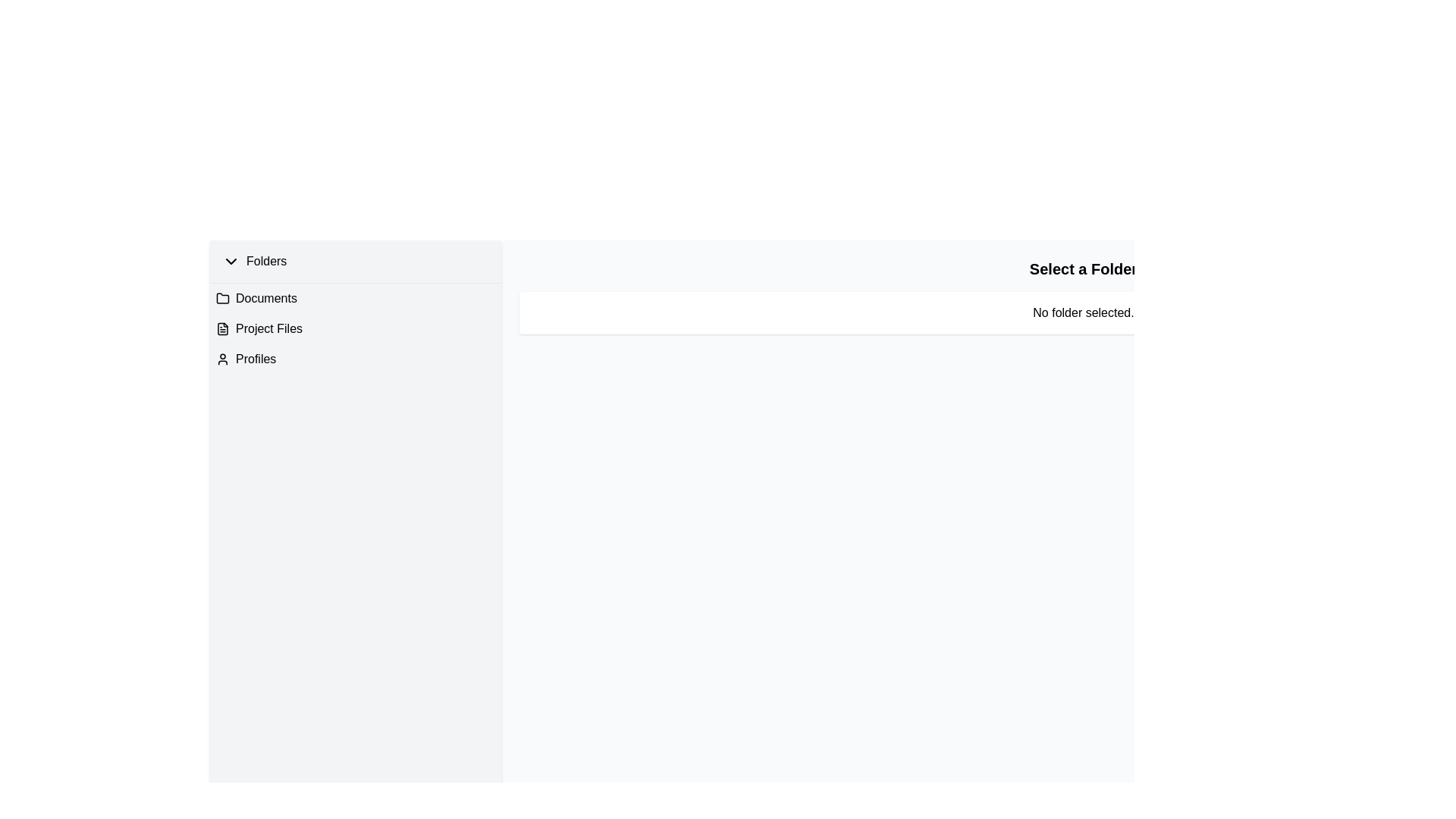  I want to click on the interactive text label identifying the 'Documents' folder, so click(266, 298).